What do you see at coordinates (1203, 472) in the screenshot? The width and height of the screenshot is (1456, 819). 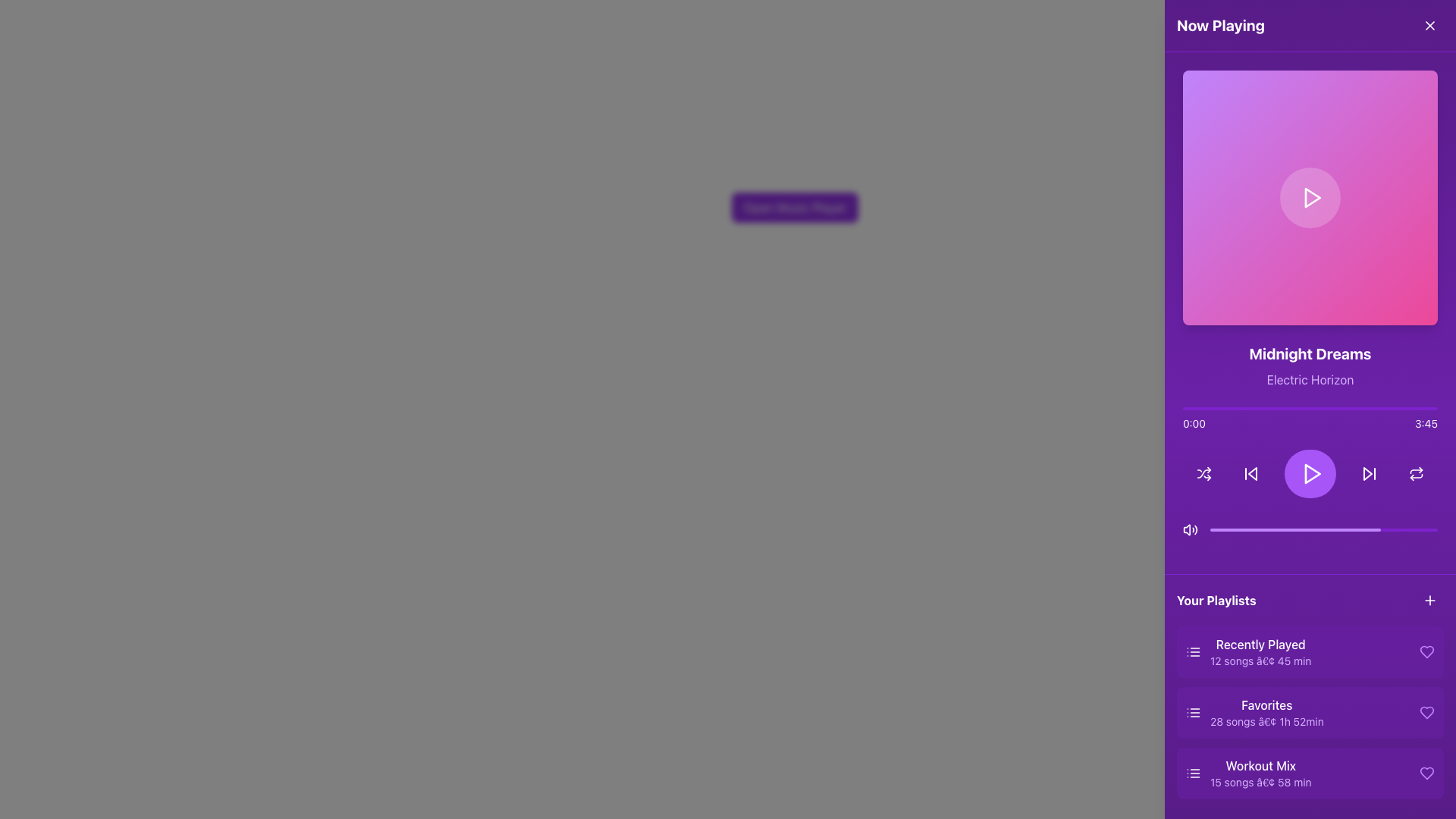 I see `the shuffle button icon, which features two crossing arrows on a purple background, located within the control bar beneath the song's progress bar` at bounding box center [1203, 472].